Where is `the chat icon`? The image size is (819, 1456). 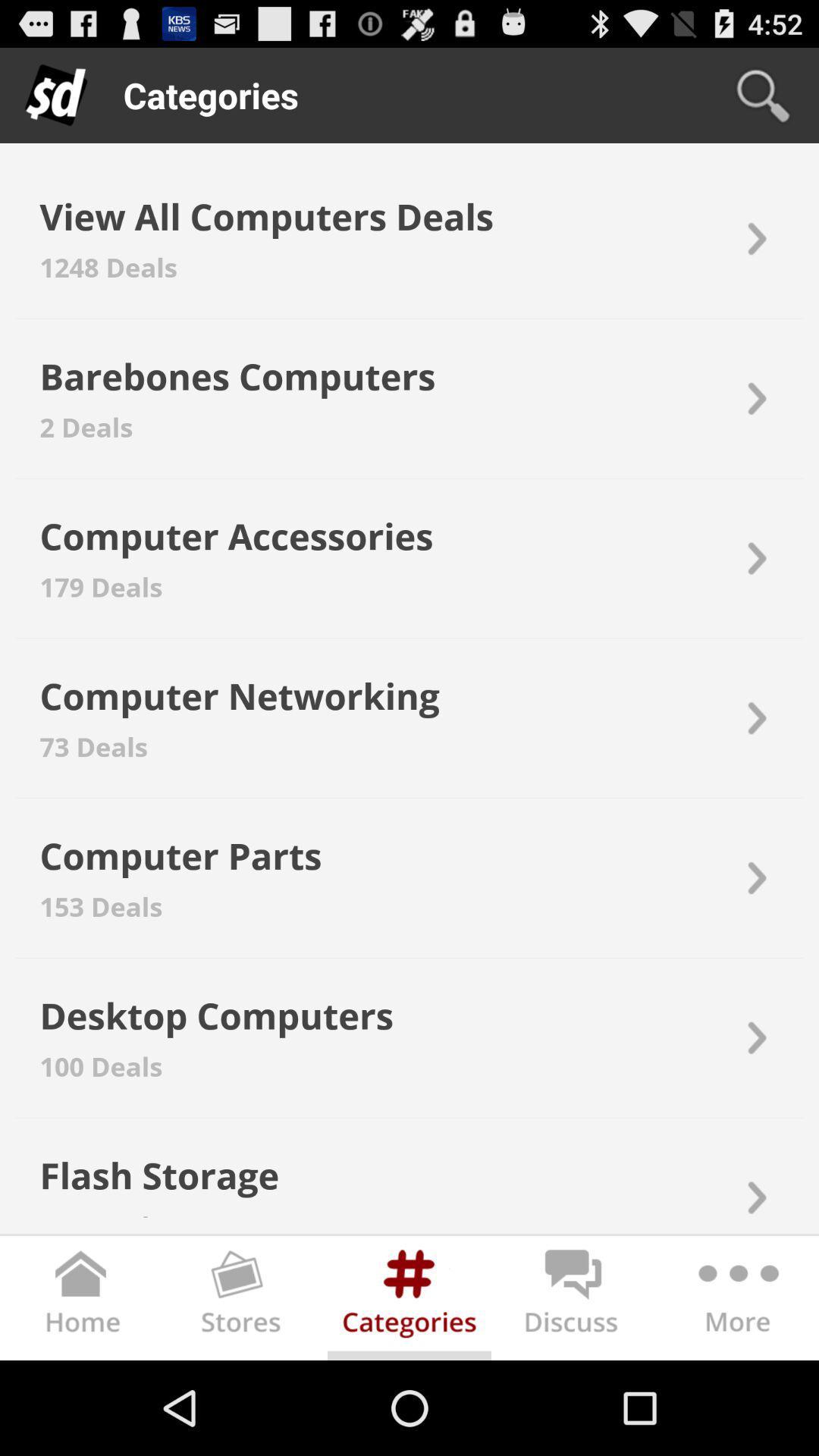 the chat icon is located at coordinates (573, 1392).